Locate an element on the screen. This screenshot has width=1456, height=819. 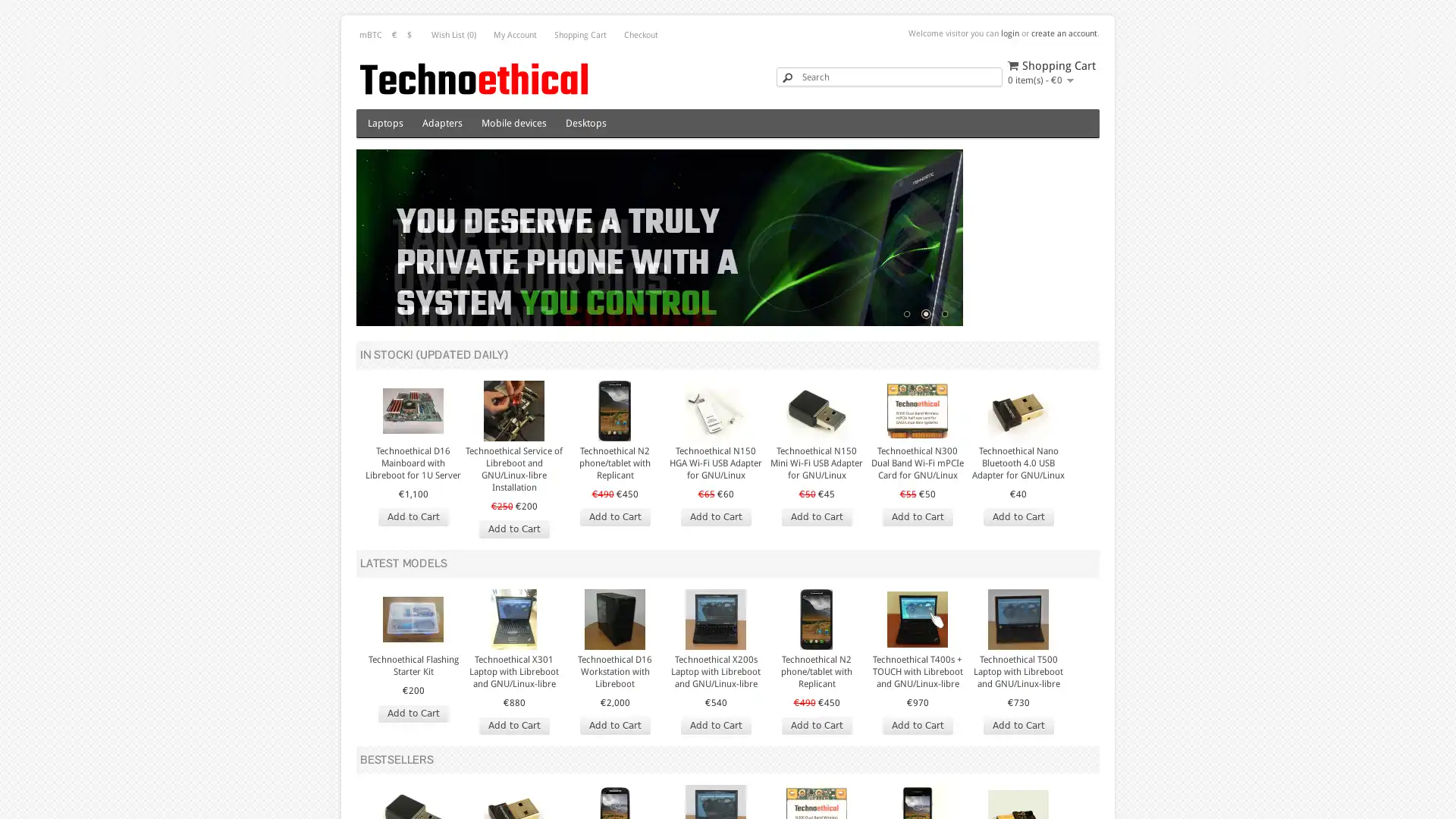
Add to Cart is located at coordinates (916, 567).